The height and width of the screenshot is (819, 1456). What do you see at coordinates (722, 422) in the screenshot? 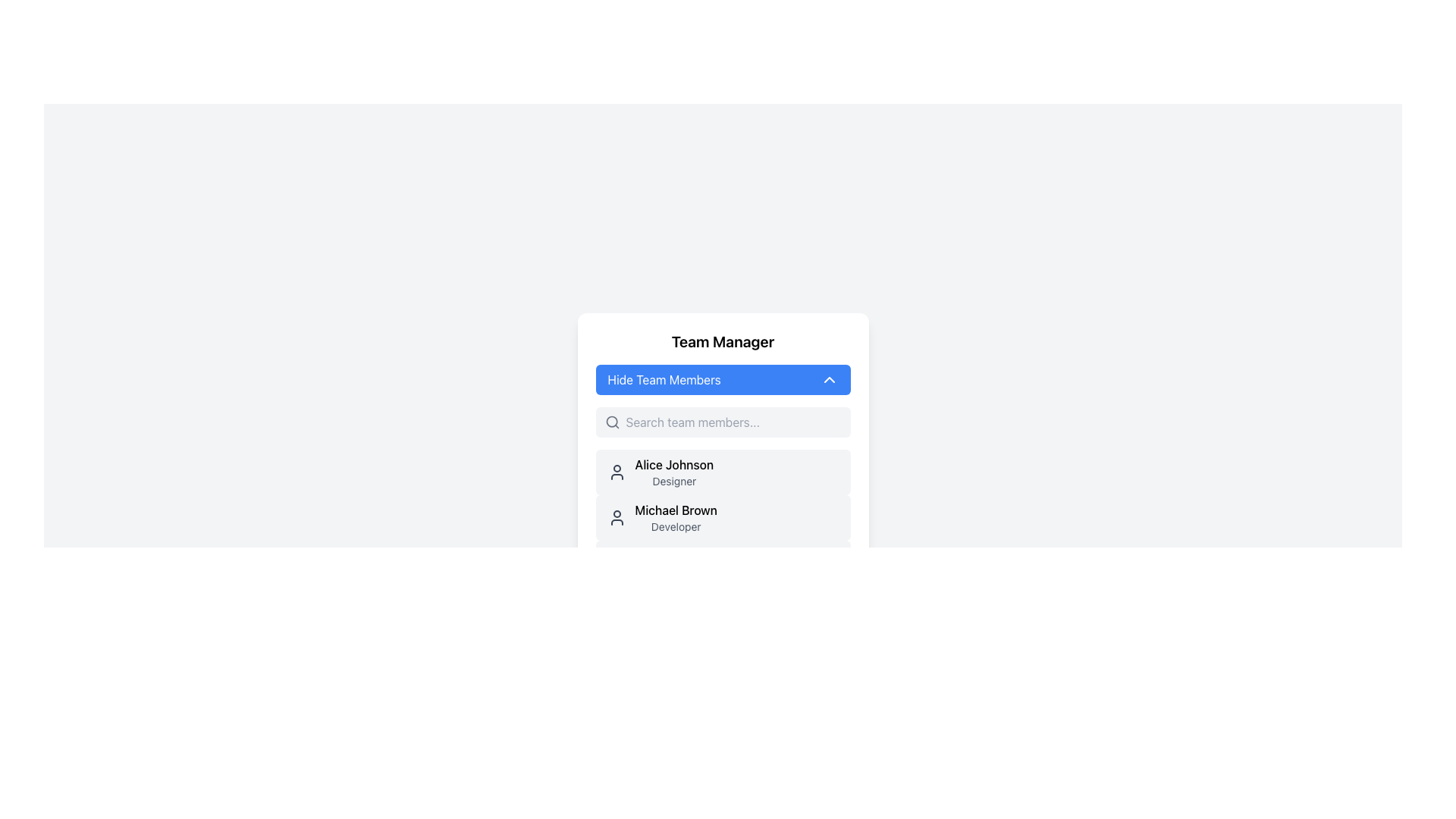
I see `the search bar with a light gray background and a magnifying glass icon, located below the 'Hide Team Members' button in the 'Team Manager' section` at bounding box center [722, 422].